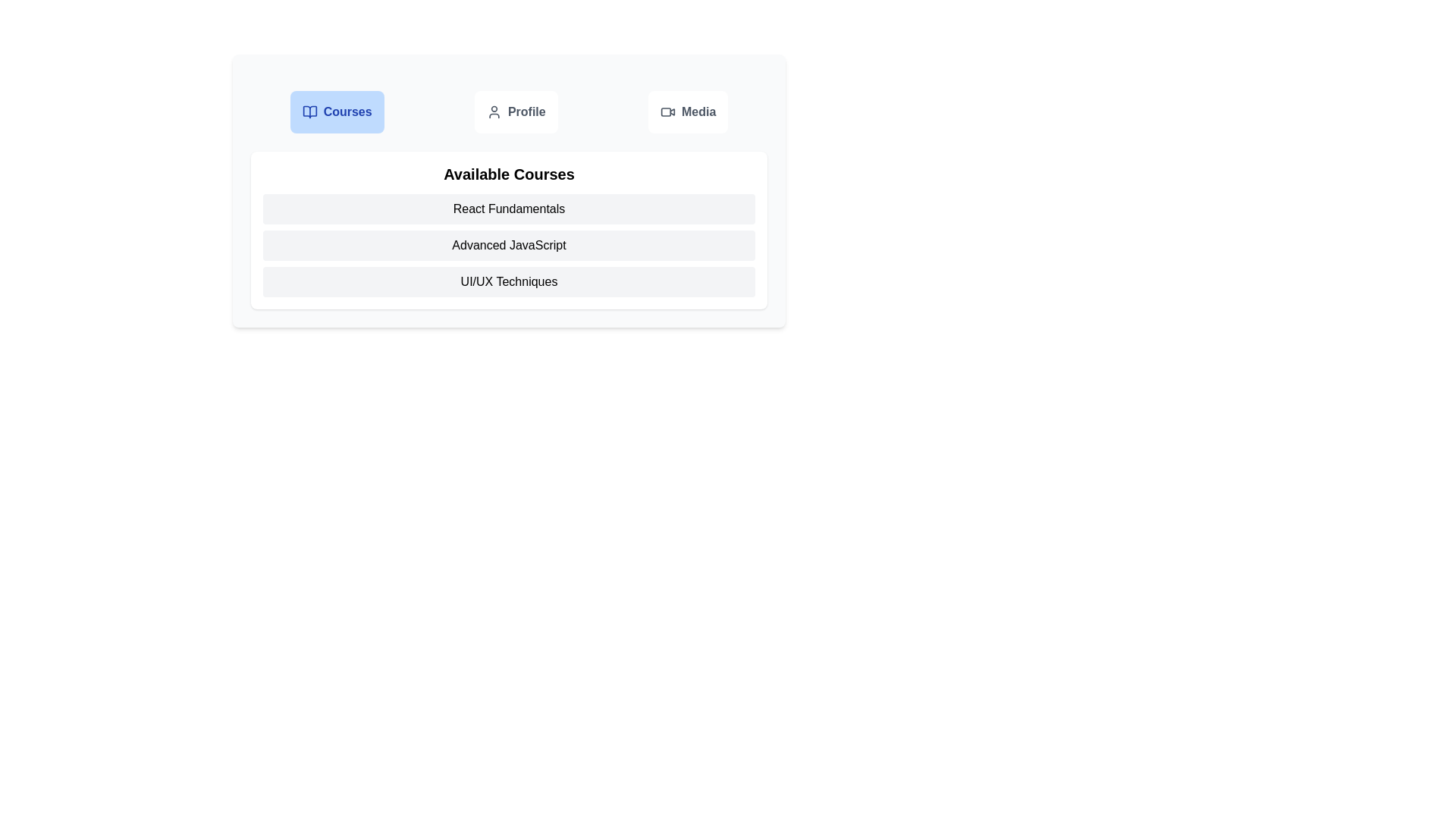 The width and height of the screenshot is (1456, 819). I want to click on the 'Courses' button, which is a rounded rectangular button with a light blue background and bold blue text, located in the header area, so click(336, 111).